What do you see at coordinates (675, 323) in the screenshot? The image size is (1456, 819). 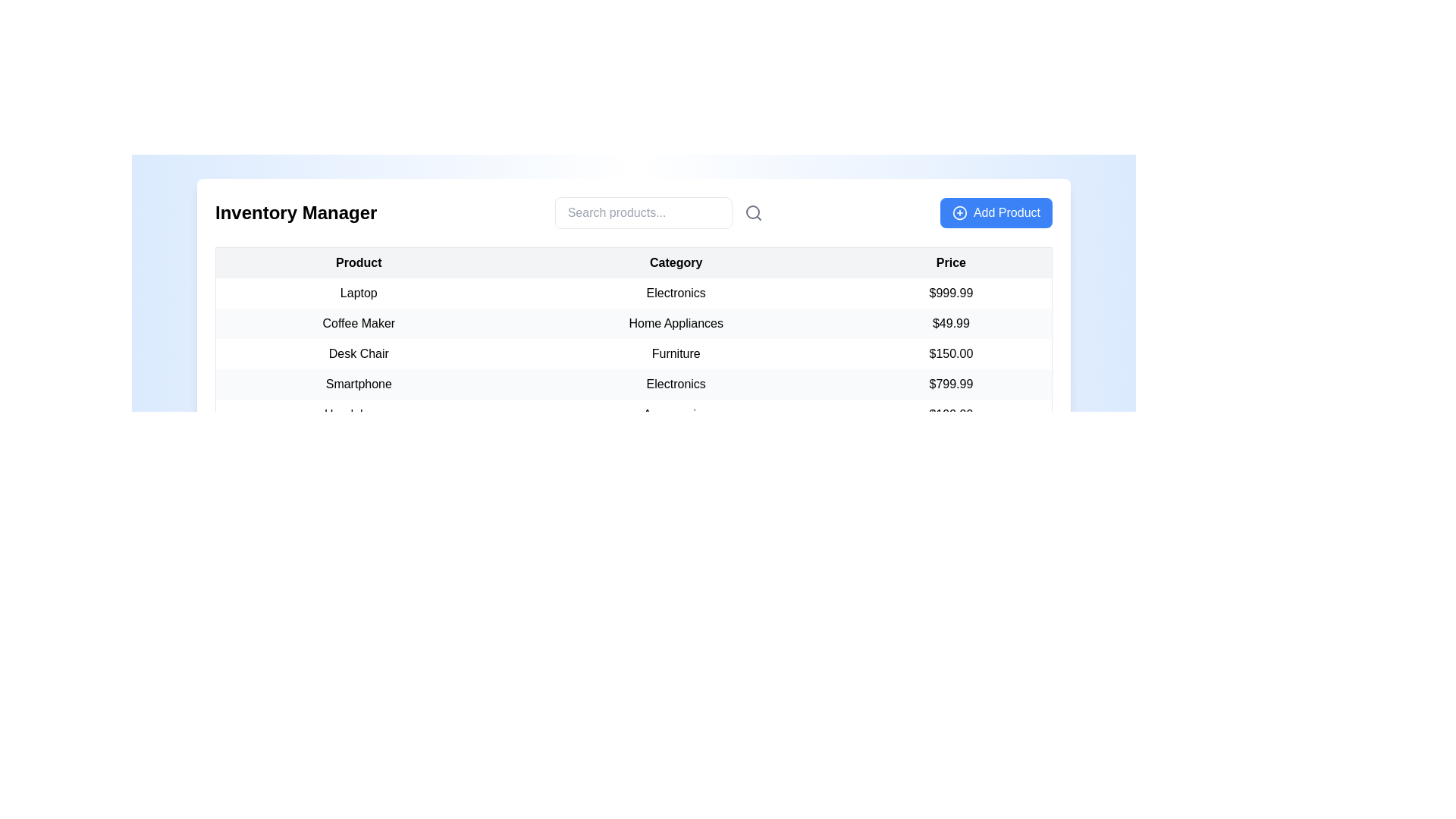 I see `the Text Label displaying the category information for the product in the second row of the inventory management table under the 'Category' column, located between 'Coffee Maker' and '$49.99'` at bounding box center [675, 323].